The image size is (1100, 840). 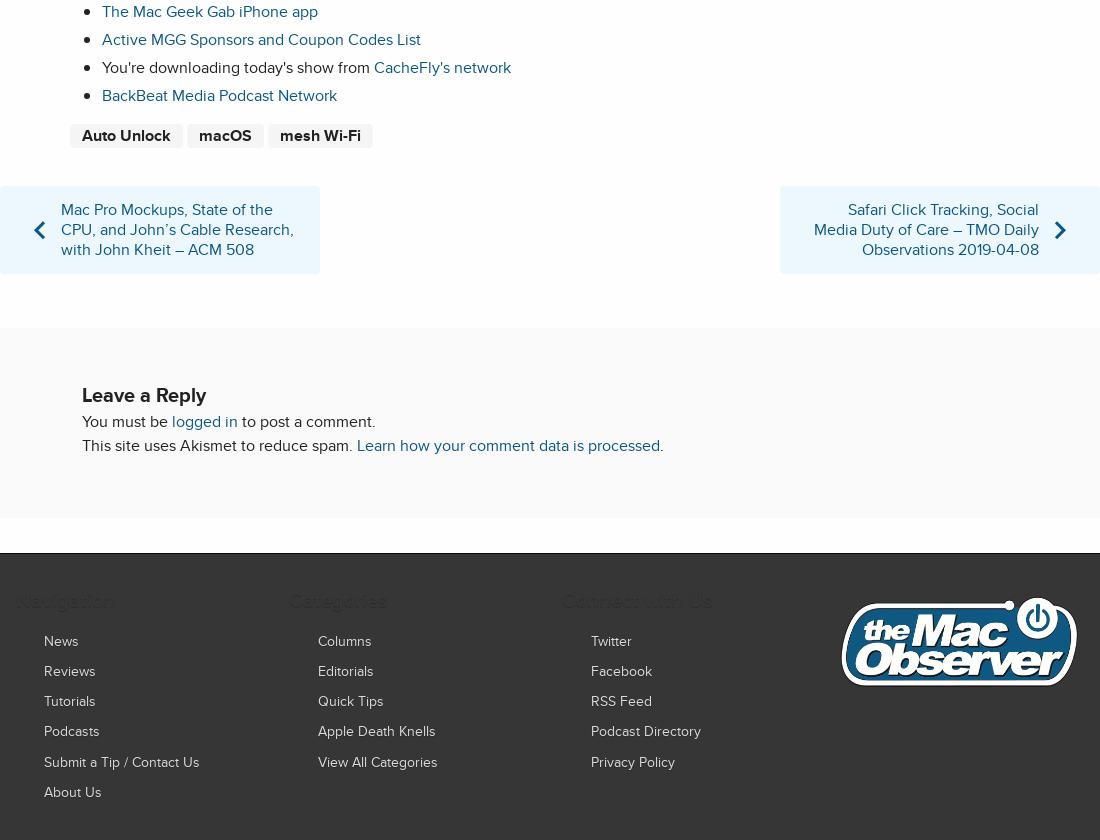 I want to click on 'Mac Pro Mockups, State of the CPU, and John’s Cable Research, with John Kheit – ACM 508', so click(x=176, y=227).